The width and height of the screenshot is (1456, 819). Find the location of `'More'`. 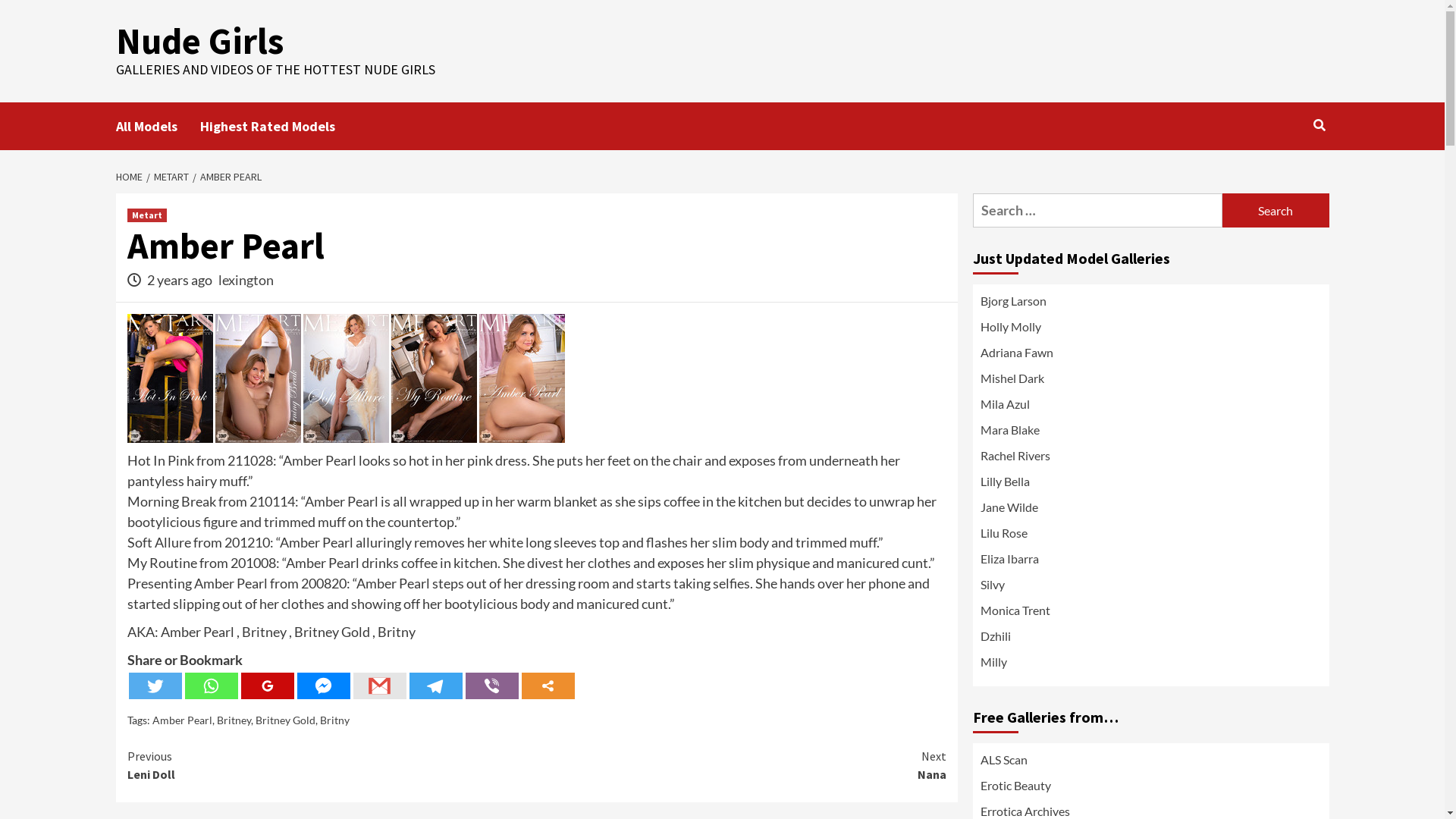

'More' is located at coordinates (521, 686).